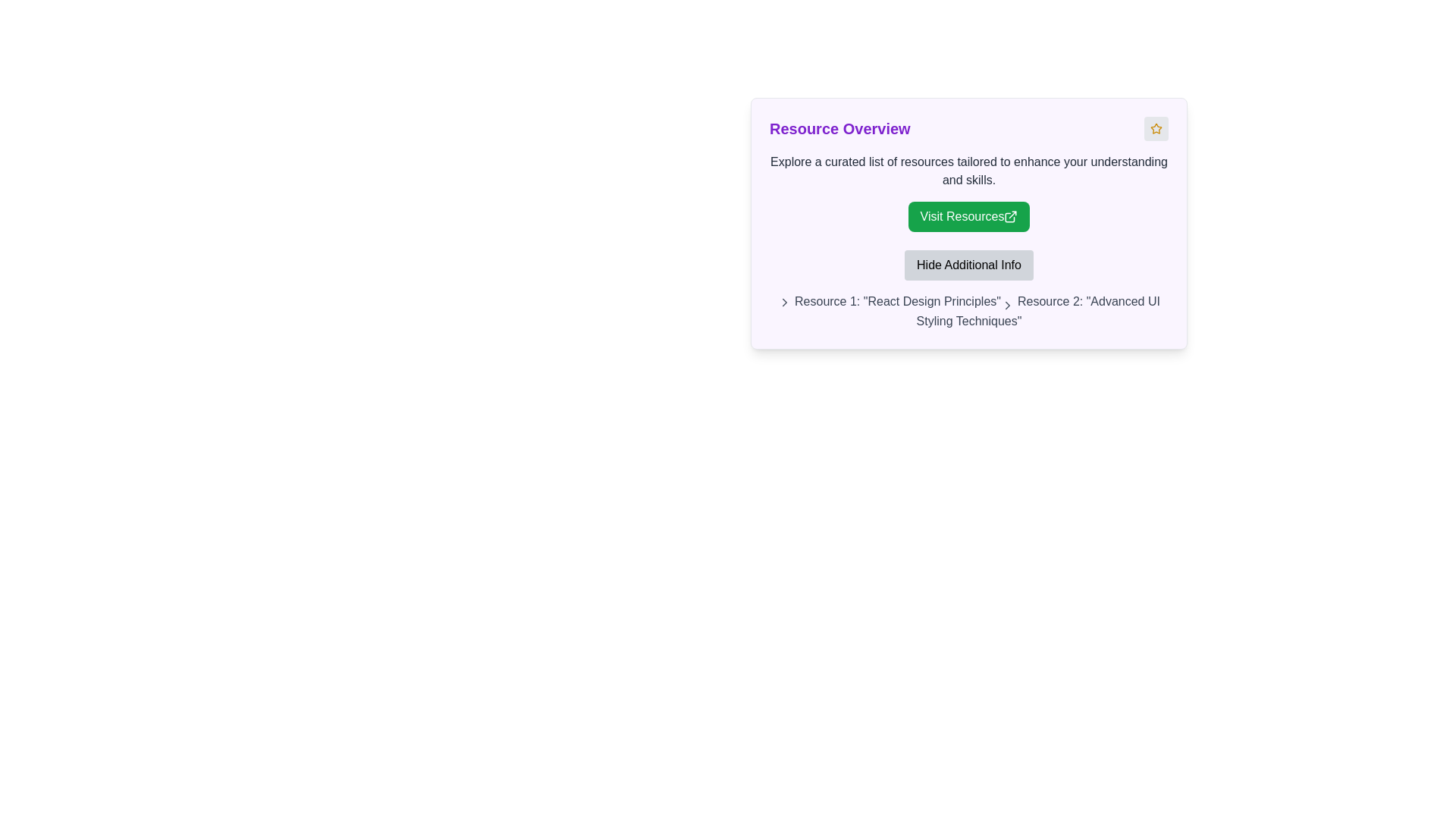 This screenshot has height=819, width=1456. Describe the element at coordinates (1156, 127) in the screenshot. I see `the favorite icon located in the top-right corner of the card component to mark an item as starred or favored` at that location.